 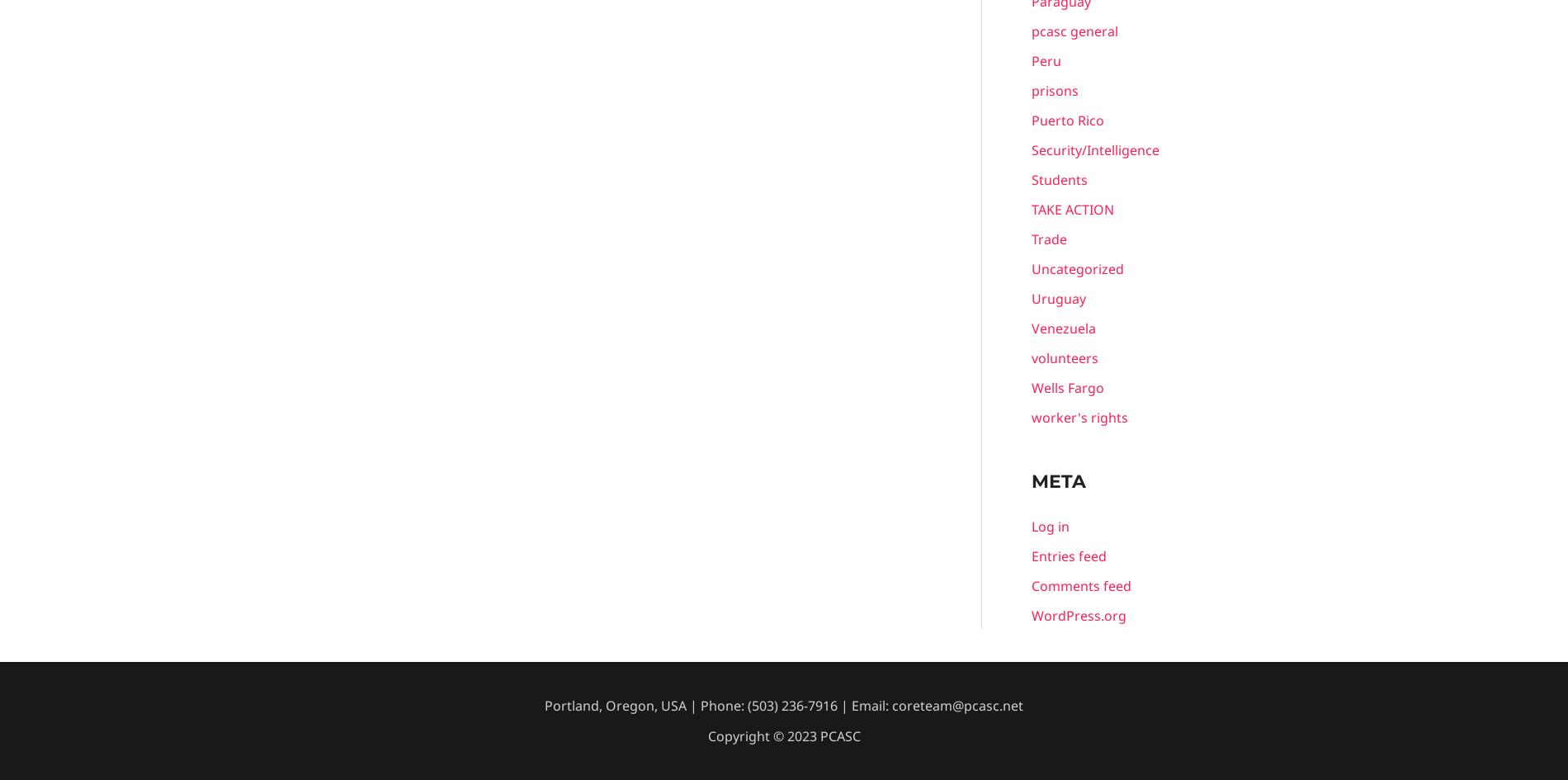 What do you see at coordinates (1046, 59) in the screenshot?
I see `'Peru'` at bounding box center [1046, 59].